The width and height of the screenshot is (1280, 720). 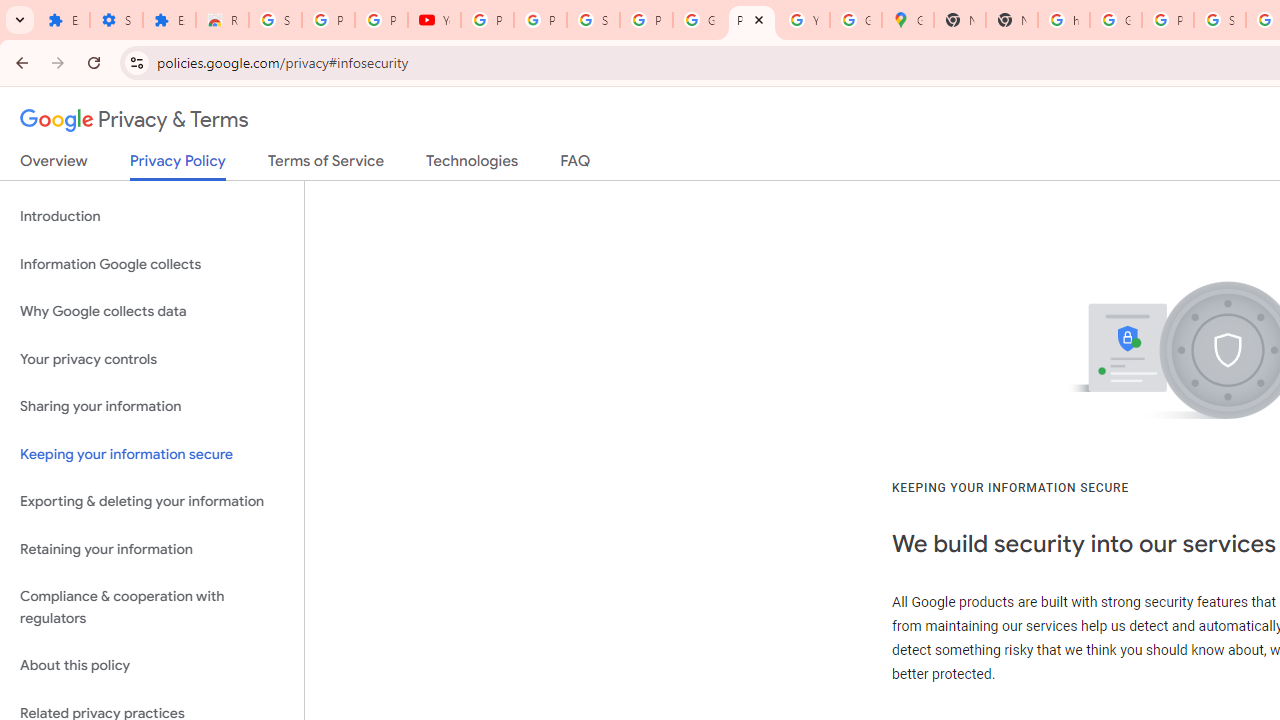 I want to click on 'New Tab', so click(x=960, y=20).